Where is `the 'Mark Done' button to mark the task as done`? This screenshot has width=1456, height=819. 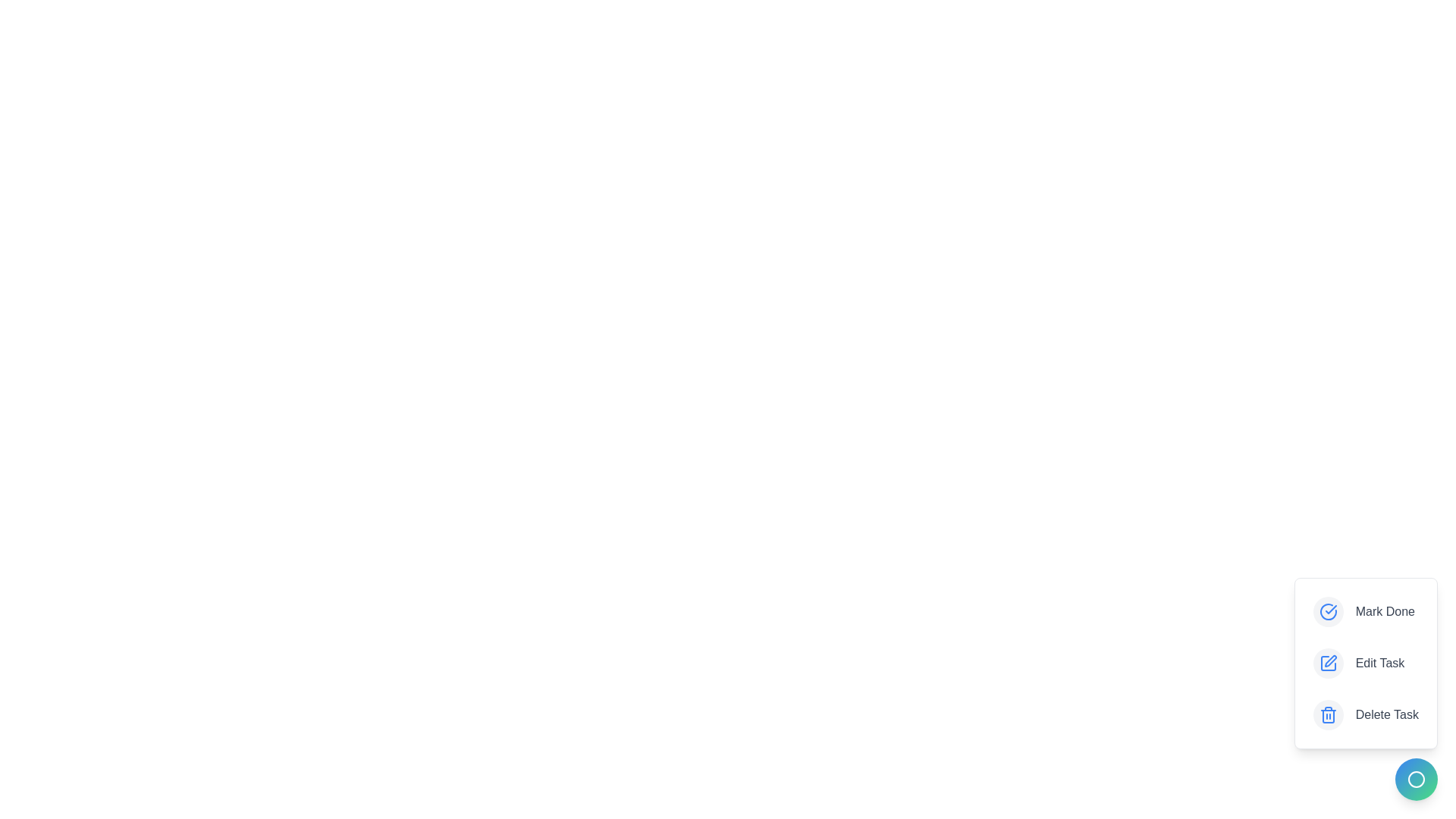
the 'Mark Done' button to mark the task as done is located at coordinates (1365, 610).